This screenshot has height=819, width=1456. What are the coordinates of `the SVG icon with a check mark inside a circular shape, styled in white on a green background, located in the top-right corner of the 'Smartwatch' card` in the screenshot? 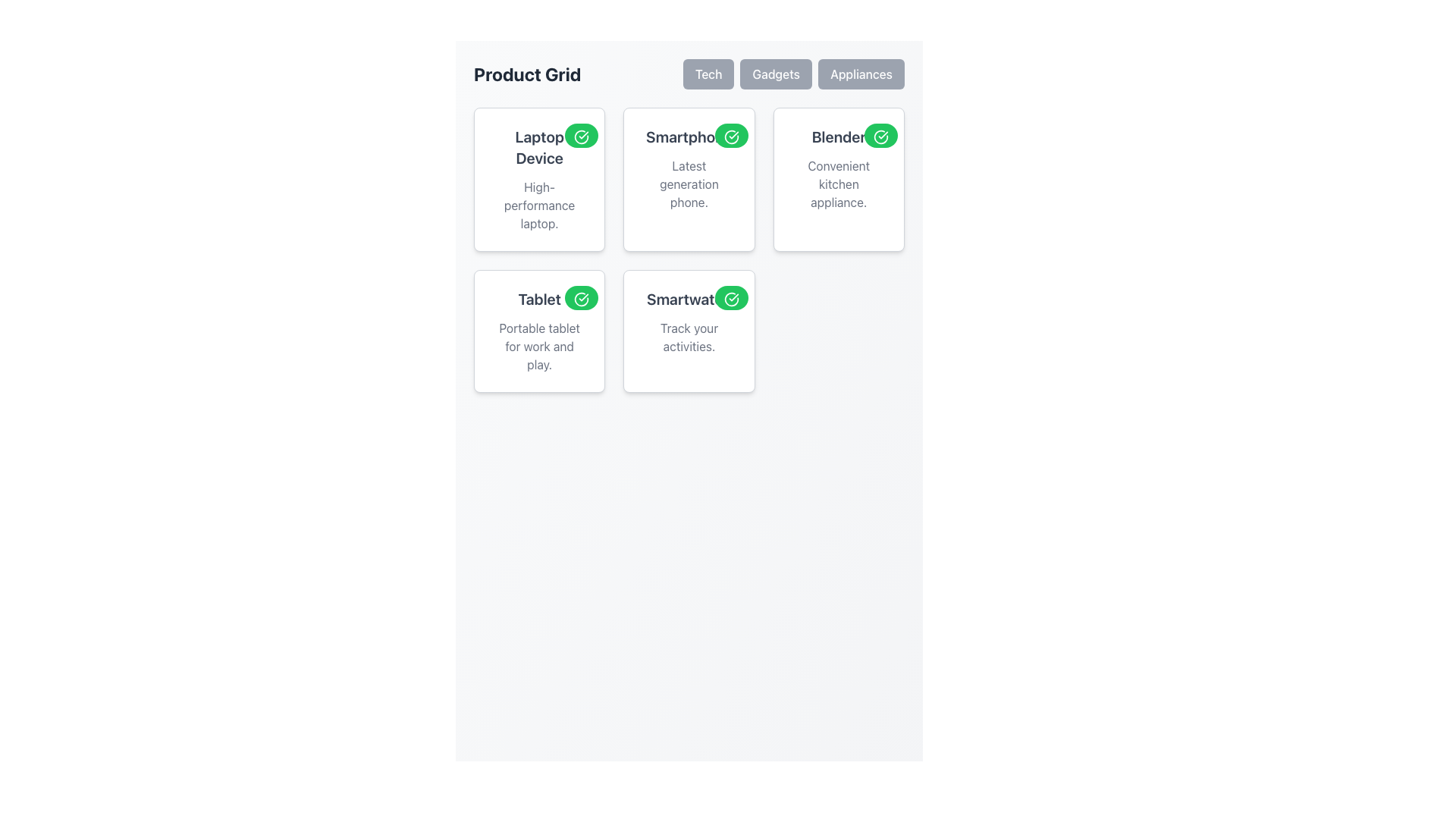 It's located at (731, 299).